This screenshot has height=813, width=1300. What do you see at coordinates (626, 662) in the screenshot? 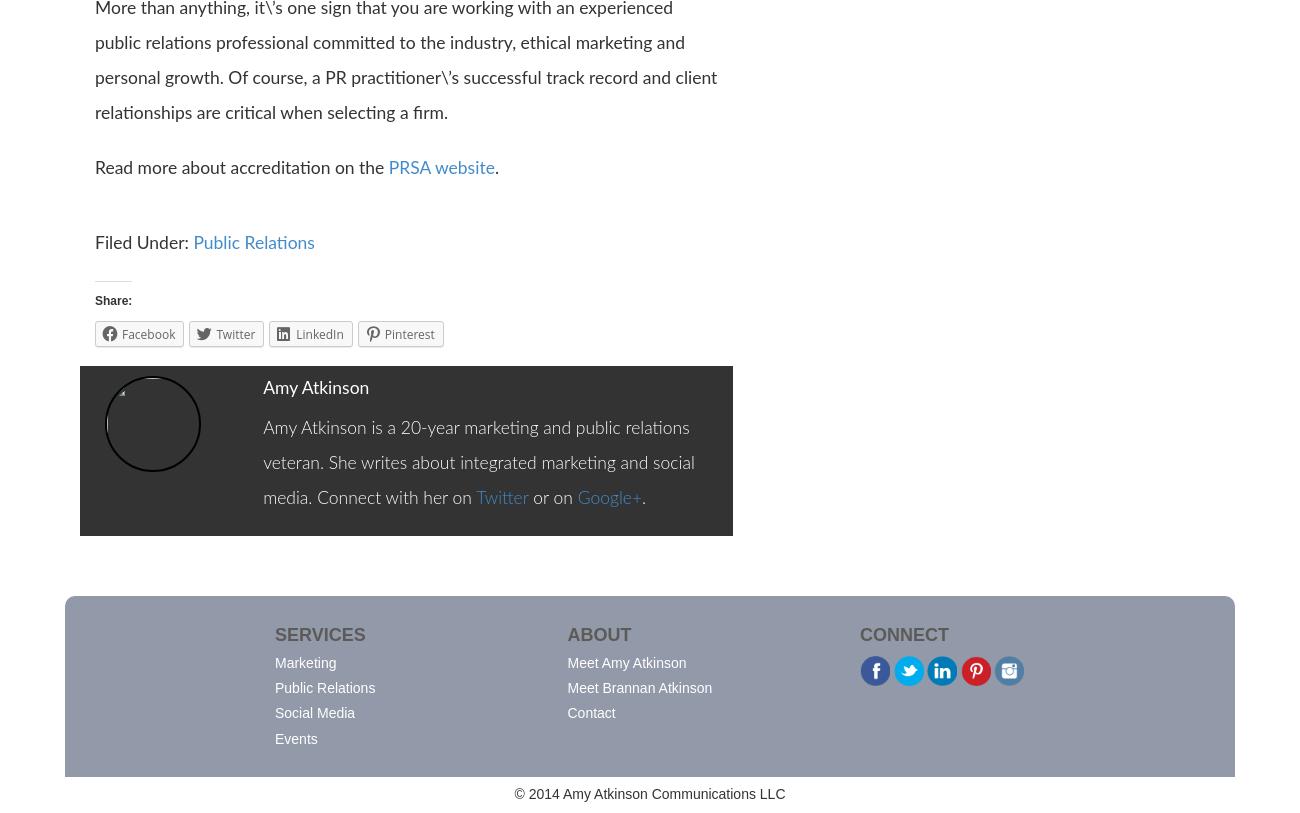
I see `'Meet Amy Atkinson'` at bounding box center [626, 662].